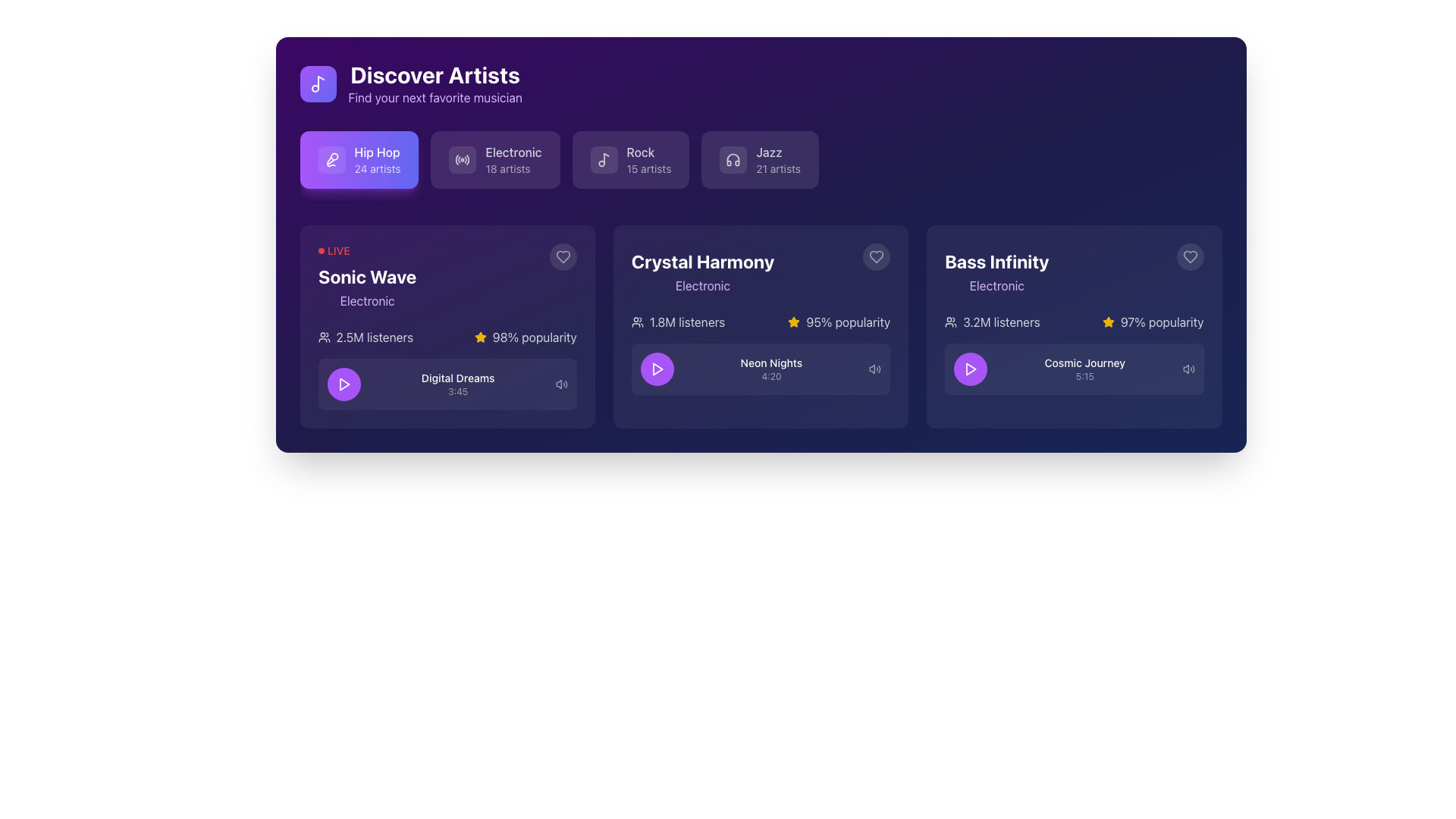  What do you see at coordinates (513, 152) in the screenshot?
I see `the 'Electronic' music category label located in the second category block of the 'Discover Artists' section, positioned between 'Hip Hop' and 'Rock'` at bounding box center [513, 152].